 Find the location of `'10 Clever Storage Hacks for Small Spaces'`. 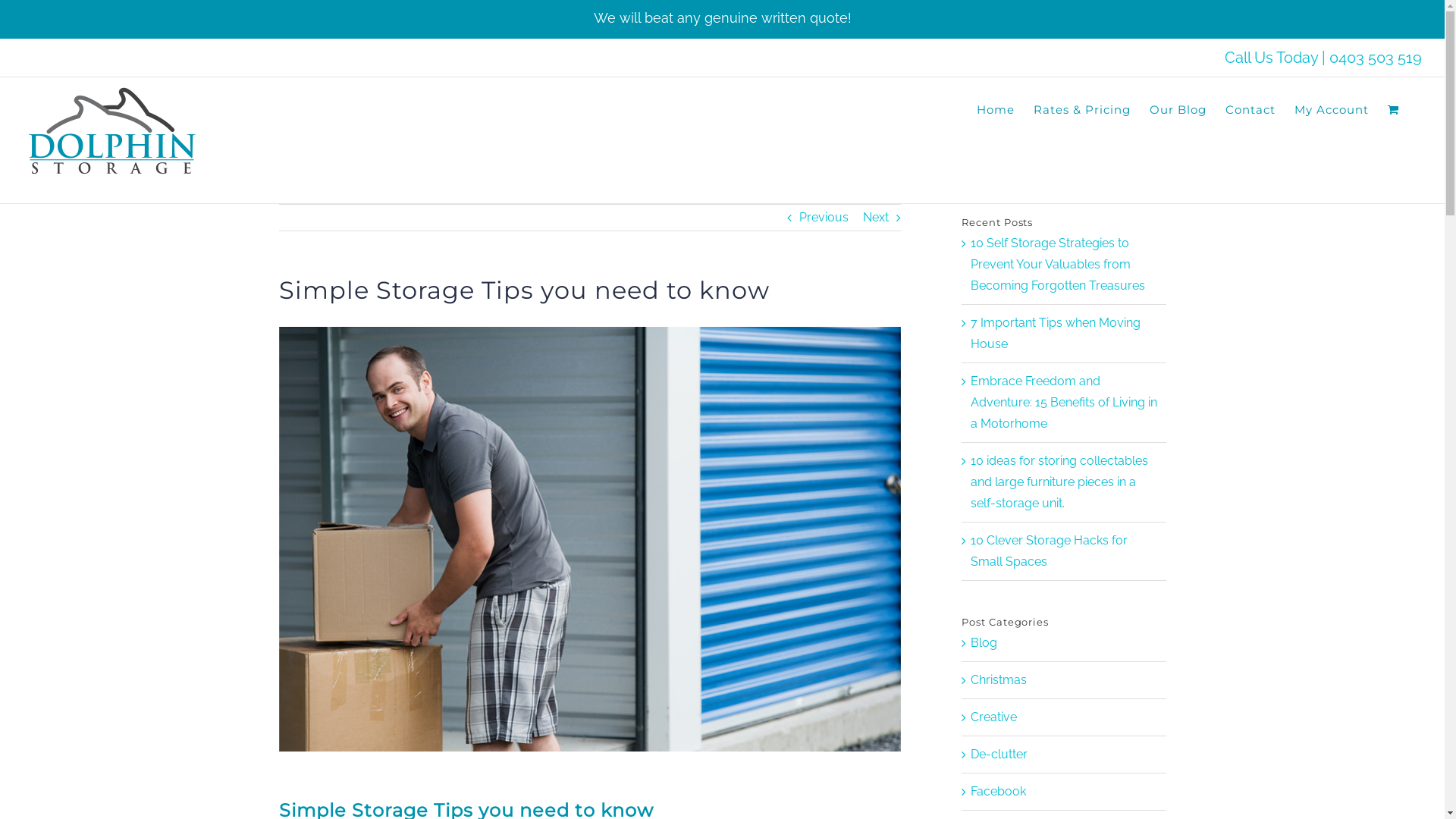

'10 Clever Storage Hacks for Small Spaces' is located at coordinates (1048, 551).